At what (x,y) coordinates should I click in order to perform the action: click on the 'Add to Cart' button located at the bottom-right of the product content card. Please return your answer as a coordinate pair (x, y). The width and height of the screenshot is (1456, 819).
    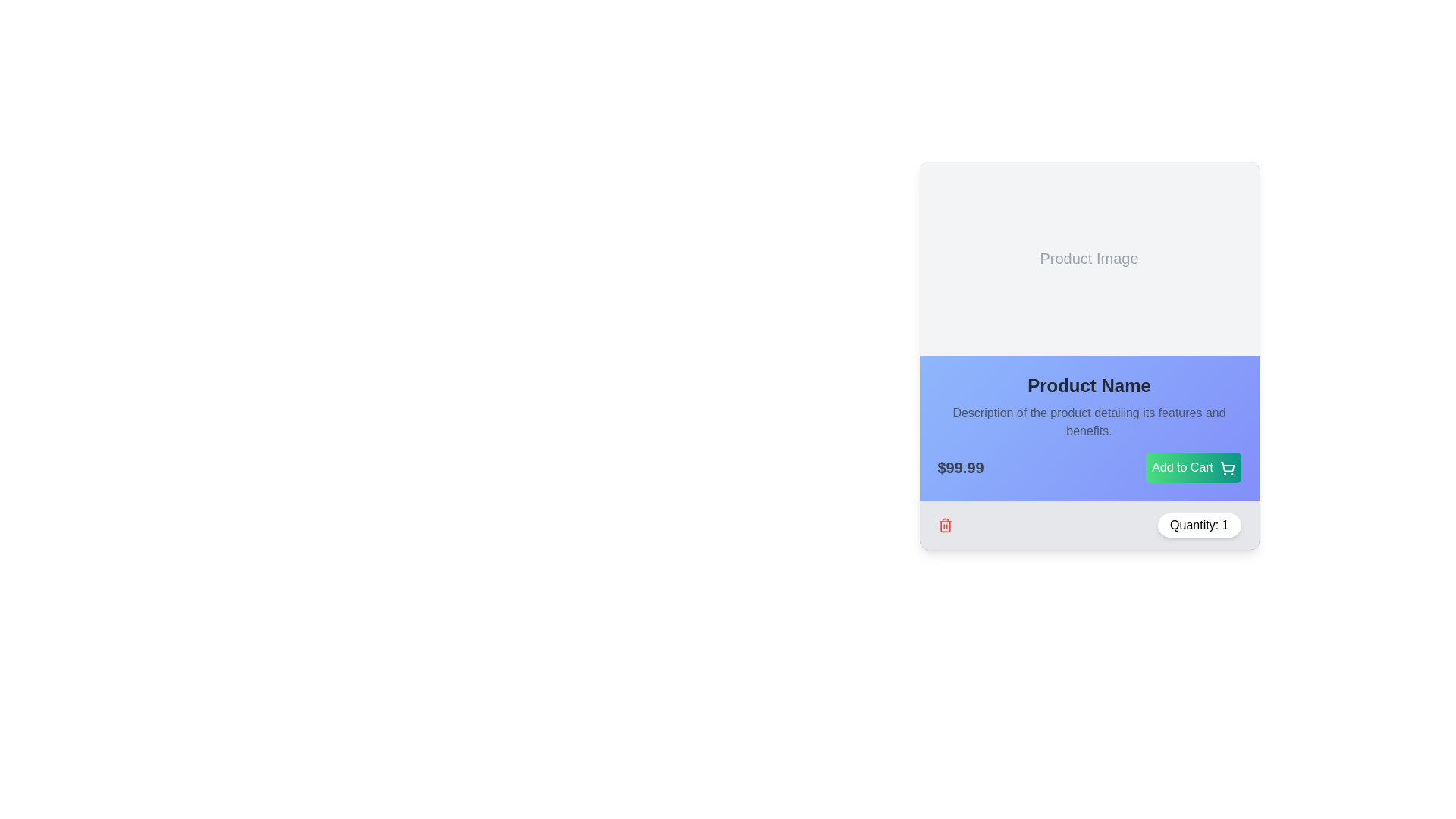
    Looking at the image, I should click on (1192, 467).